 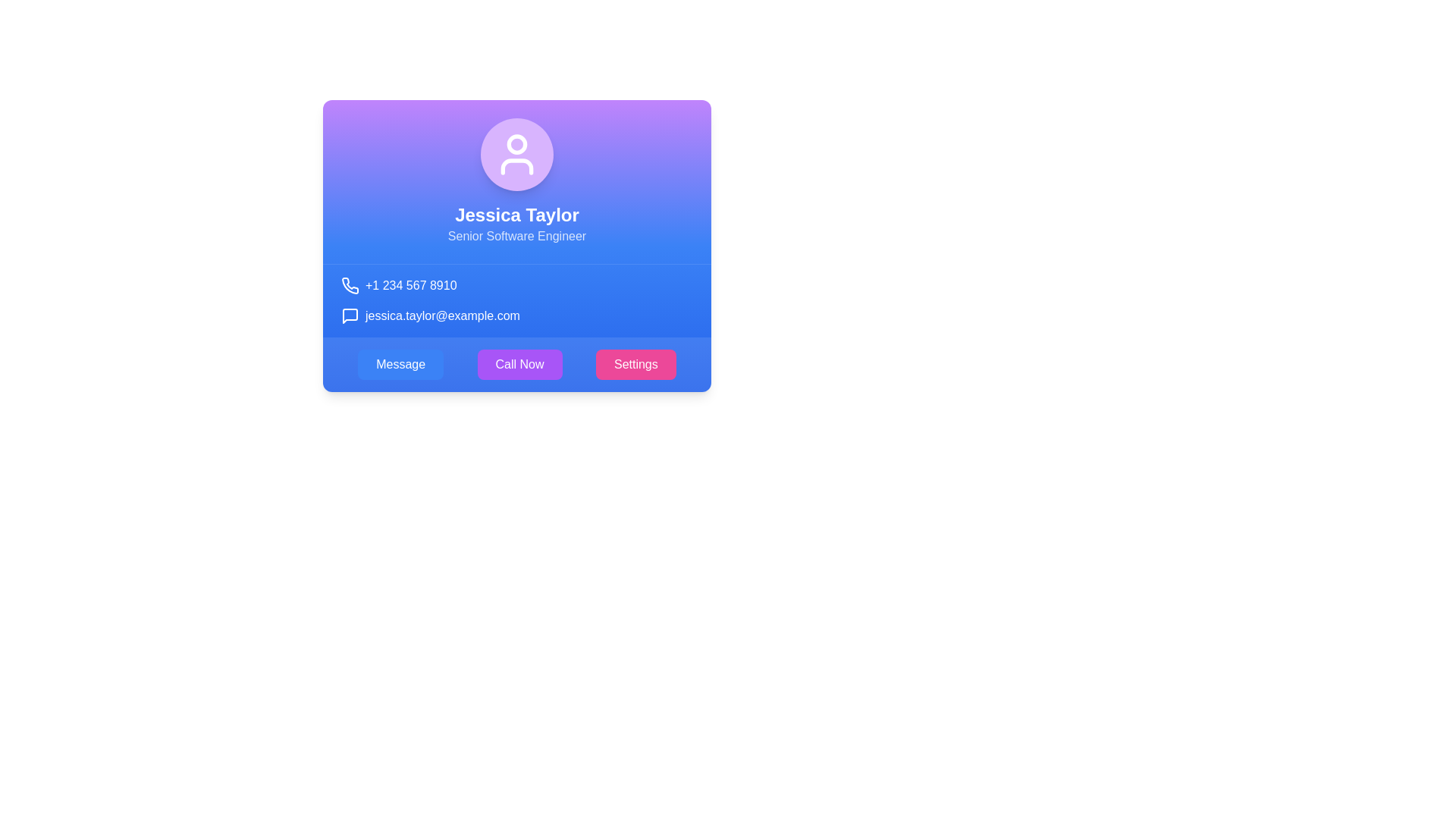 What do you see at coordinates (349, 315) in the screenshot?
I see `the speech bubble icon located to the left of the email address 'jessica.taylor@example.com' in the middle section of the card interface` at bounding box center [349, 315].